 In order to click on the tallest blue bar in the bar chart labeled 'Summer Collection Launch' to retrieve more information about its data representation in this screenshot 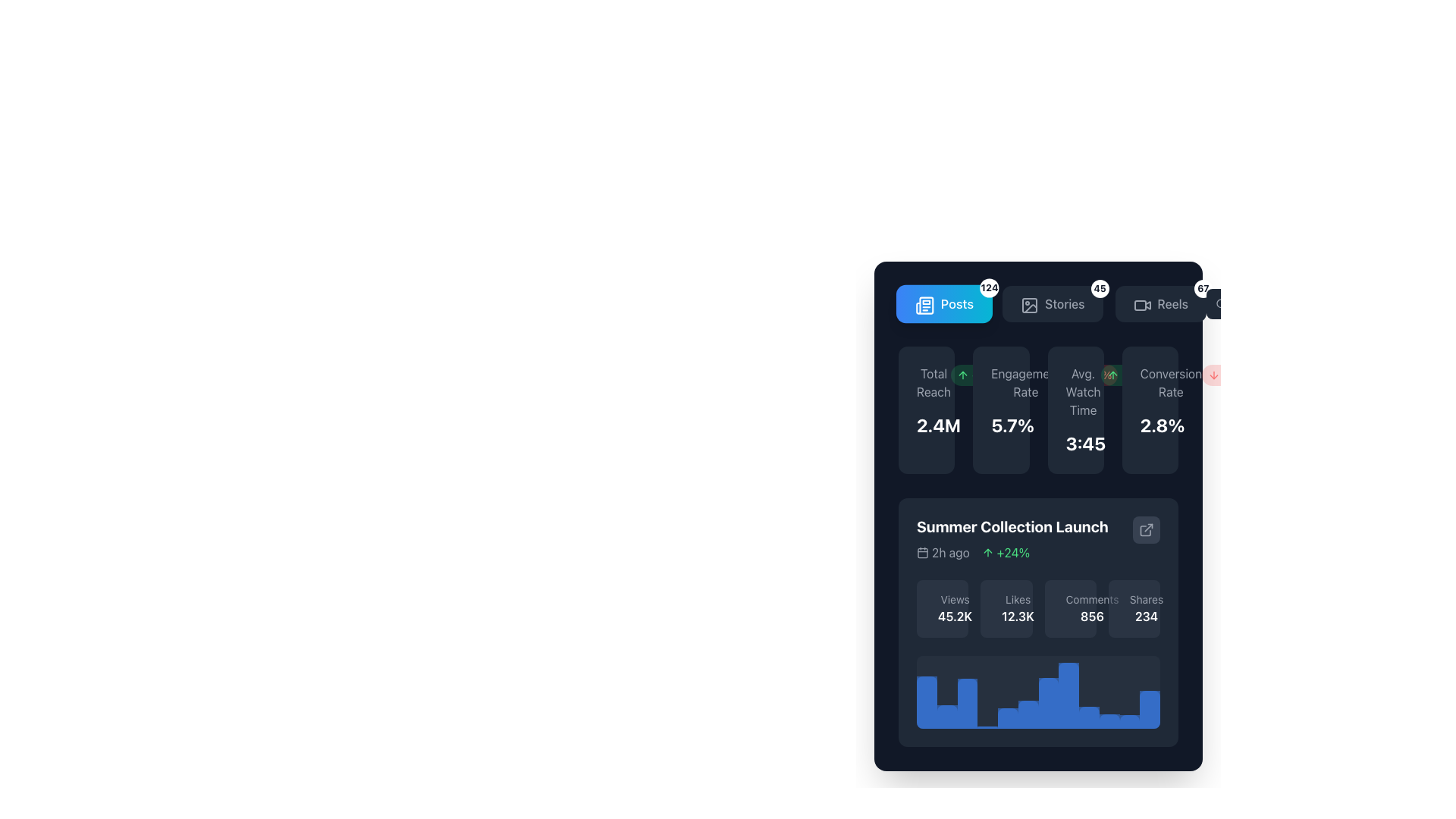, I will do `click(1068, 695)`.